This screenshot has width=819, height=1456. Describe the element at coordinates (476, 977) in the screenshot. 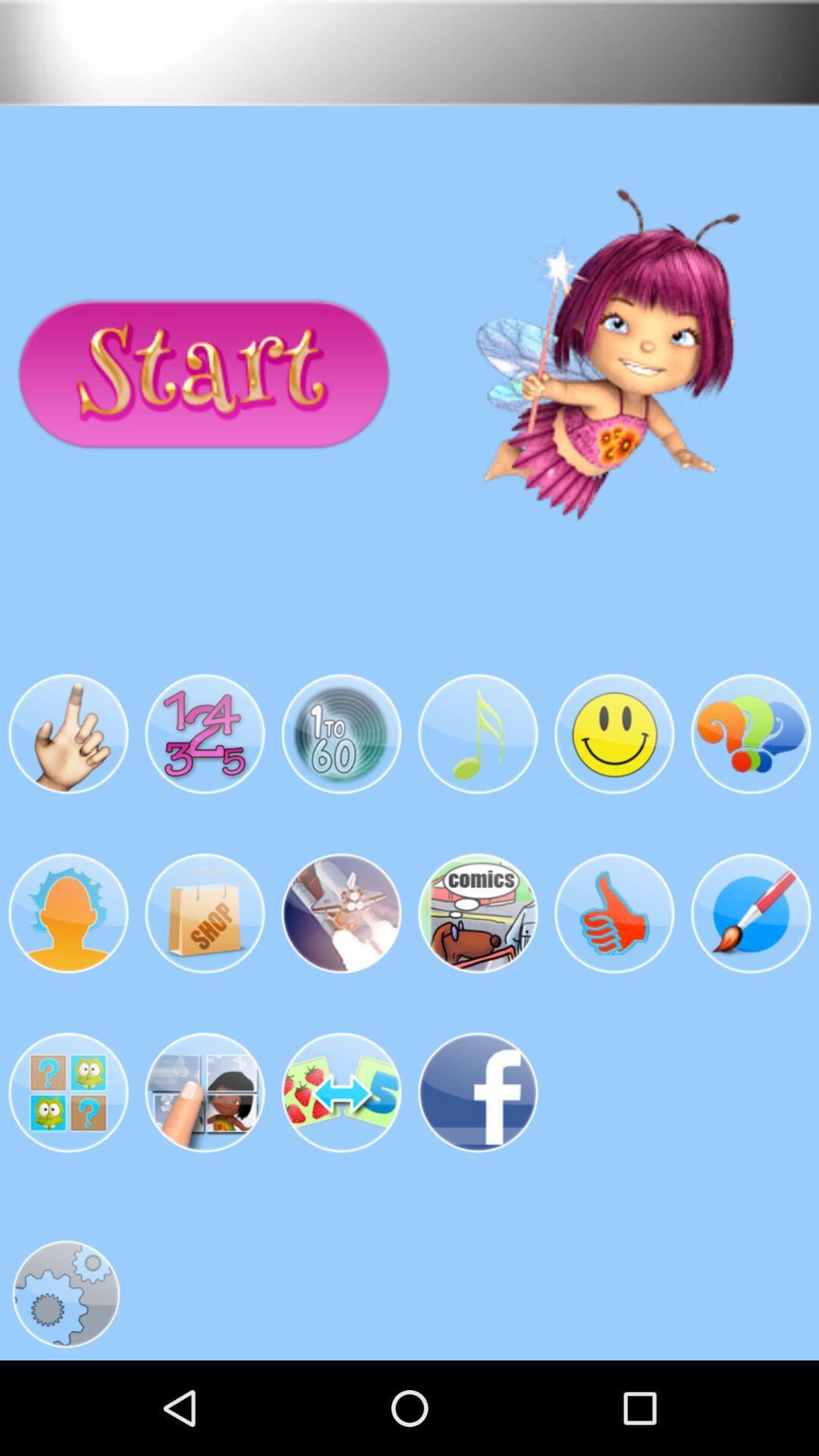

I see `the list icon` at that location.